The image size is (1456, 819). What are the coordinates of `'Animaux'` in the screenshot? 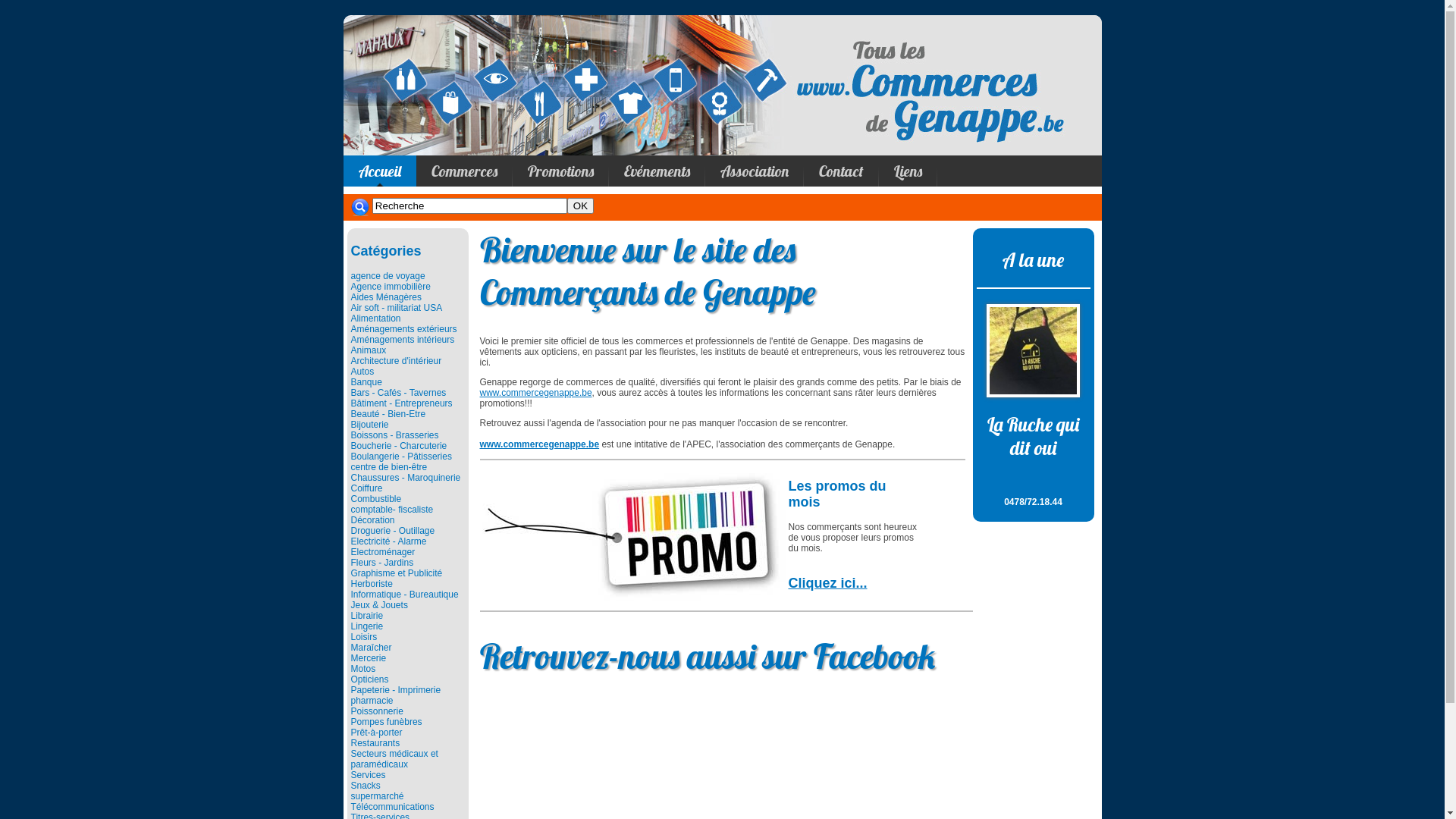 It's located at (368, 350).